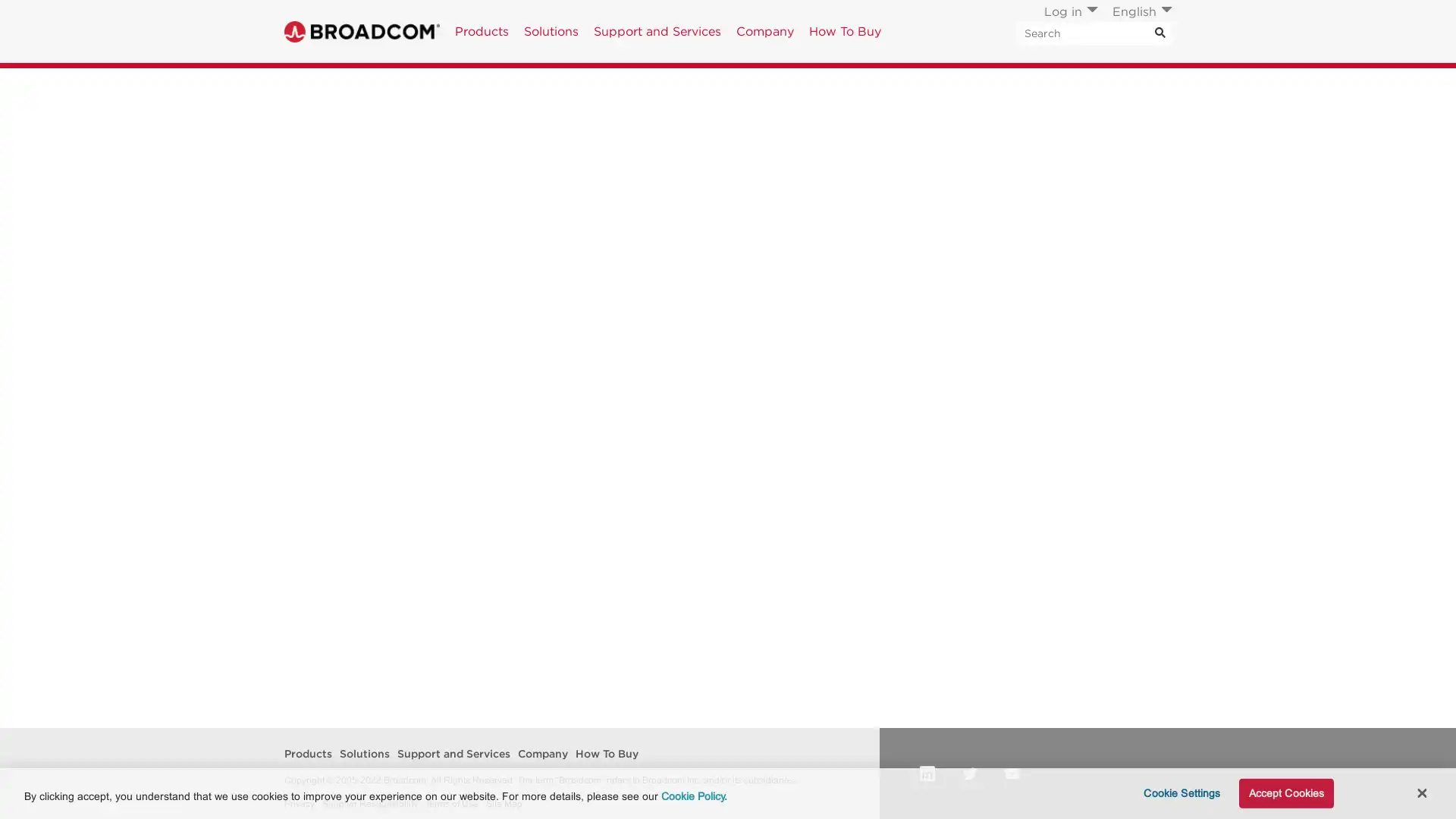 Image resolution: width=1456 pixels, height=819 pixels. Describe the element at coordinates (764, 31) in the screenshot. I see `Company` at that location.